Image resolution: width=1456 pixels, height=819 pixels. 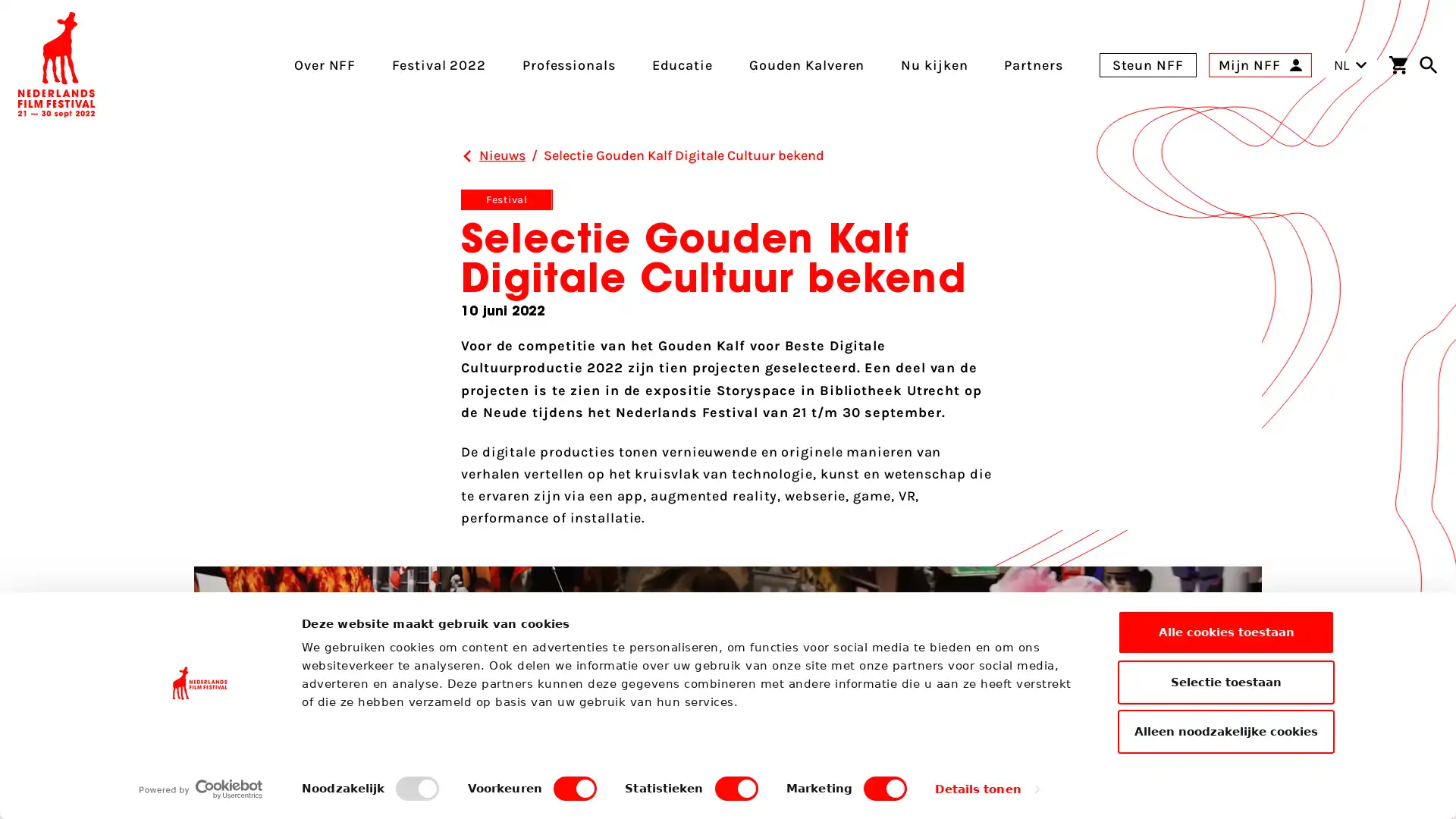 What do you see at coordinates (1226, 730) in the screenshot?
I see `Alleen noodzakelijke cookies` at bounding box center [1226, 730].